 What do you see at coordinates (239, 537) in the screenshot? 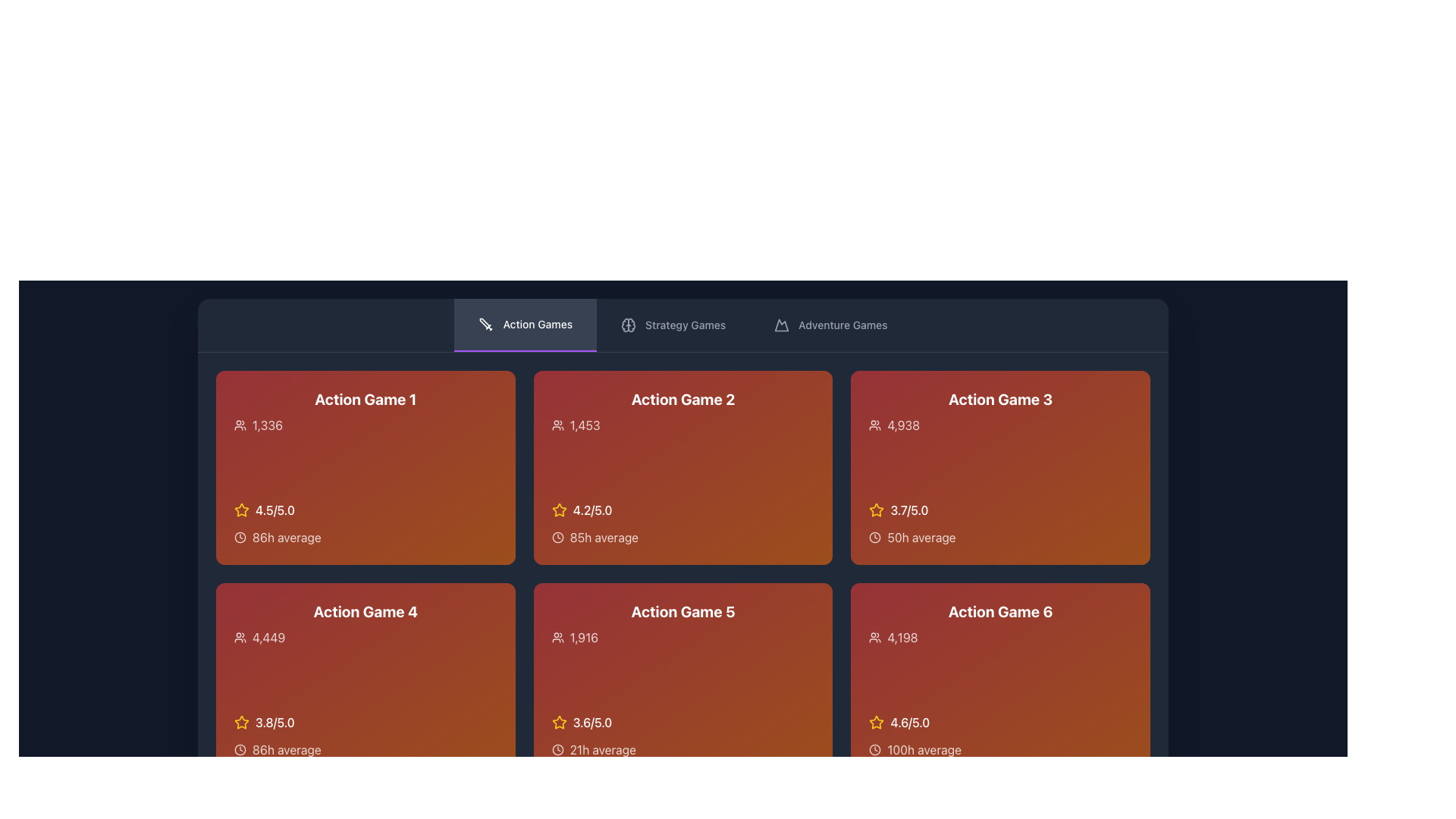
I see `the clock-shaped icon located to the left of the text '86h average' by moving the cursor to its center point` at bounding box center [239, 537].